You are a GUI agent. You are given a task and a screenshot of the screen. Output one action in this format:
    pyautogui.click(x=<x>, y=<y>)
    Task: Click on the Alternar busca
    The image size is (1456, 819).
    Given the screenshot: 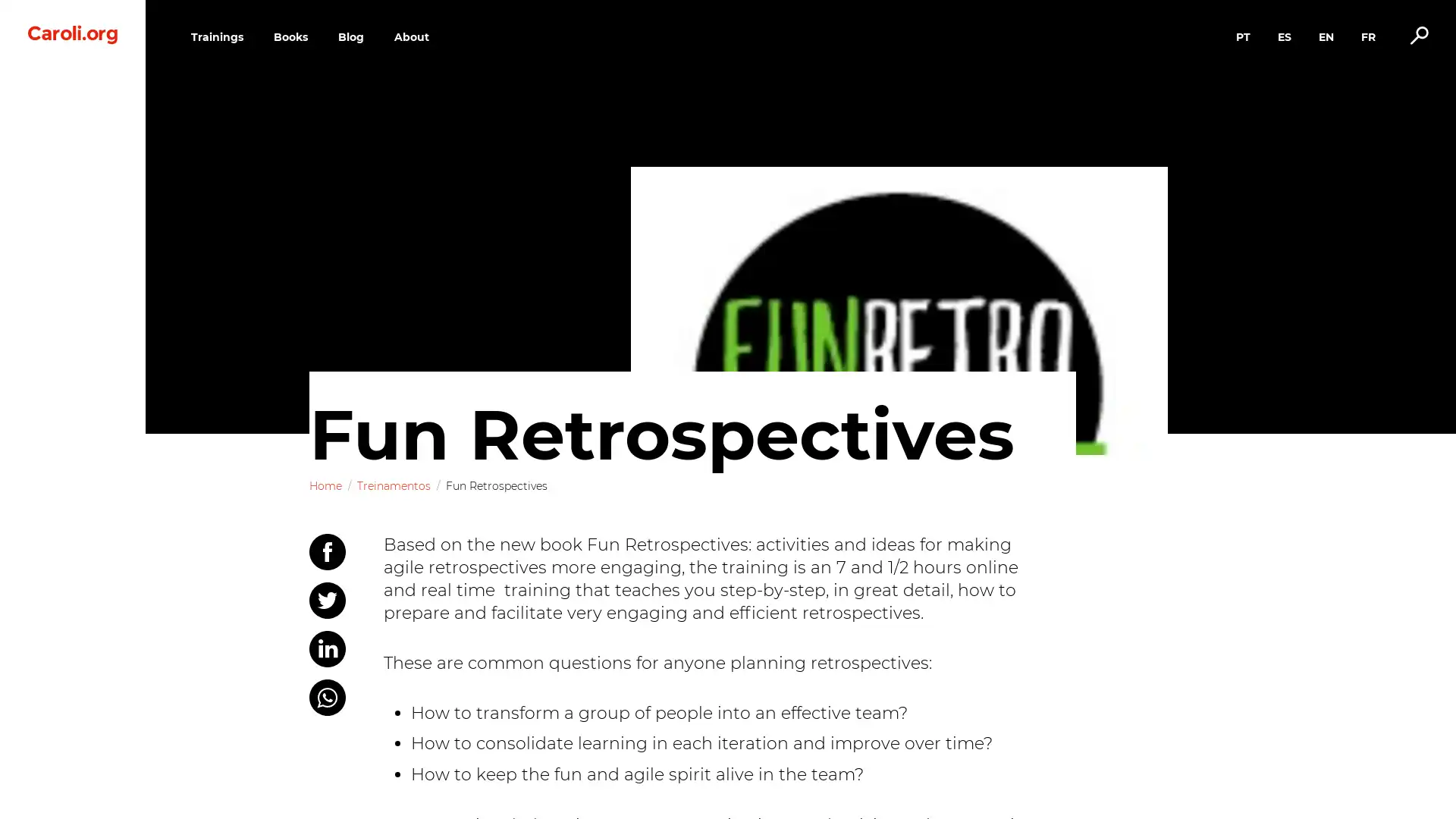 What is the action you would take?
    pyautogui.click(x=1416, y=34)
    